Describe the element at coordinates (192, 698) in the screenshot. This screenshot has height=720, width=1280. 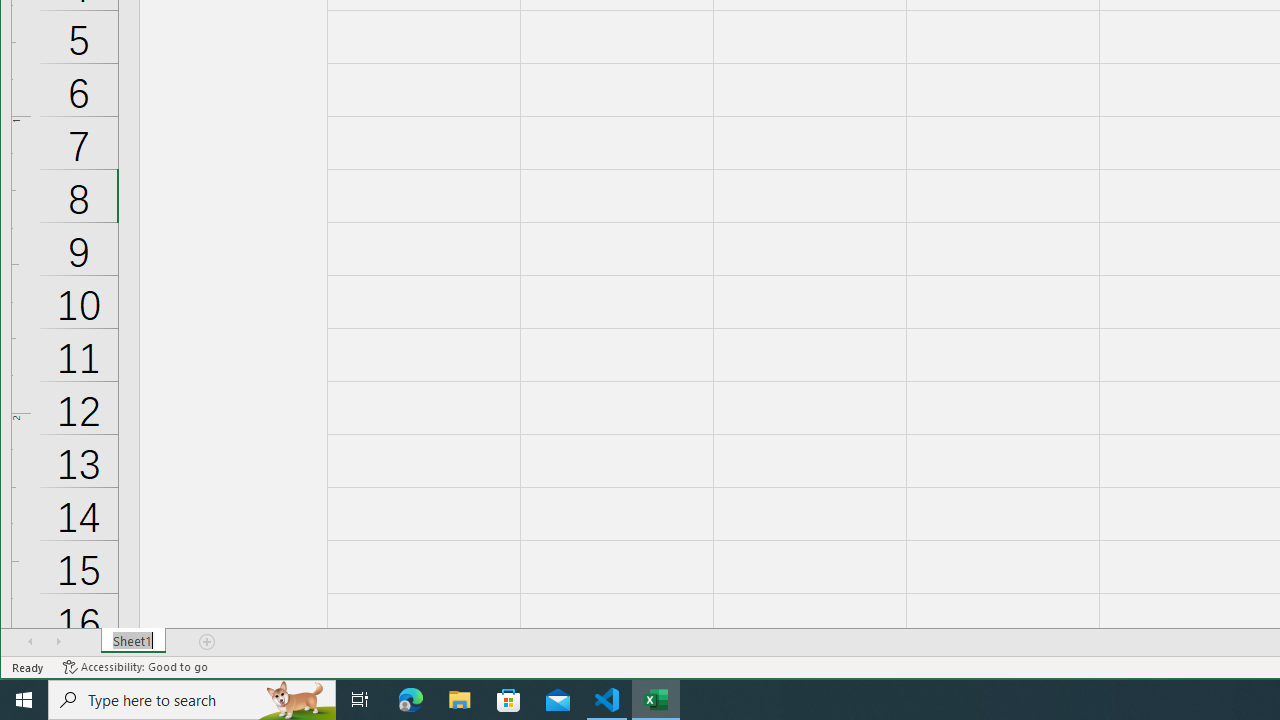
I see `'Type here to search'` at that location.